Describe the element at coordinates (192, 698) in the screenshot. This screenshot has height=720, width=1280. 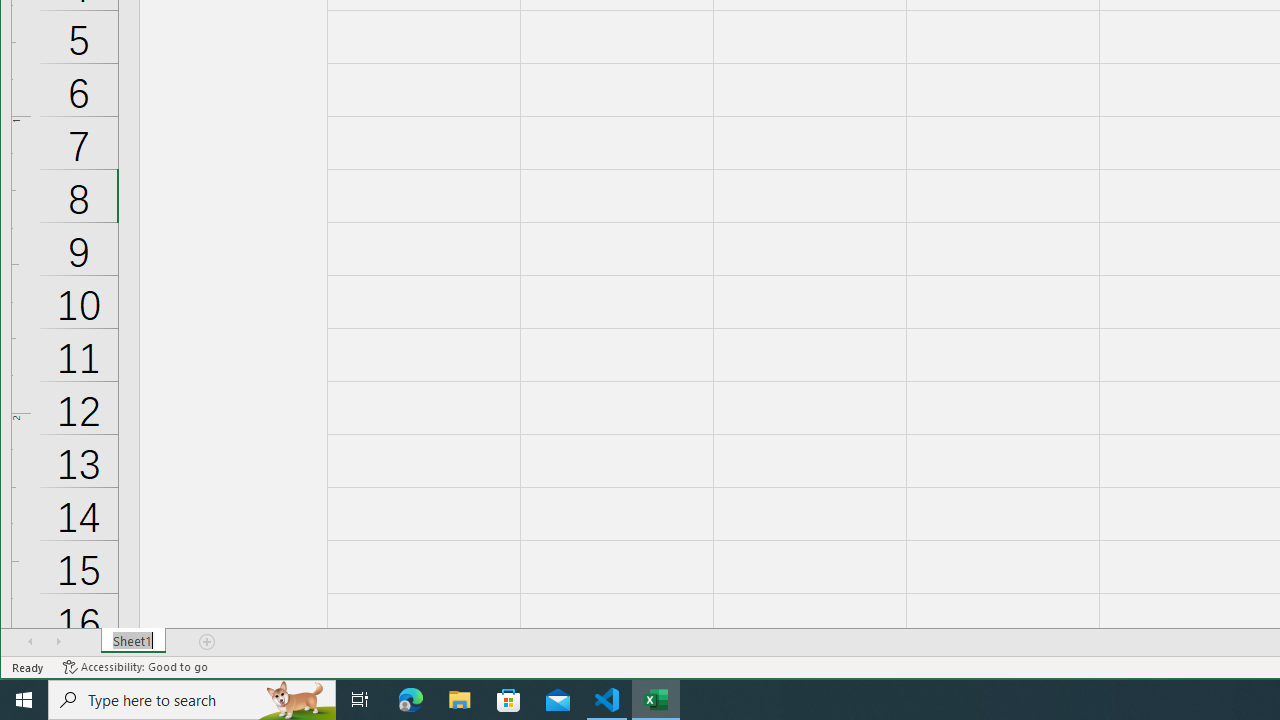
I see `'Type here to search'` at that location.